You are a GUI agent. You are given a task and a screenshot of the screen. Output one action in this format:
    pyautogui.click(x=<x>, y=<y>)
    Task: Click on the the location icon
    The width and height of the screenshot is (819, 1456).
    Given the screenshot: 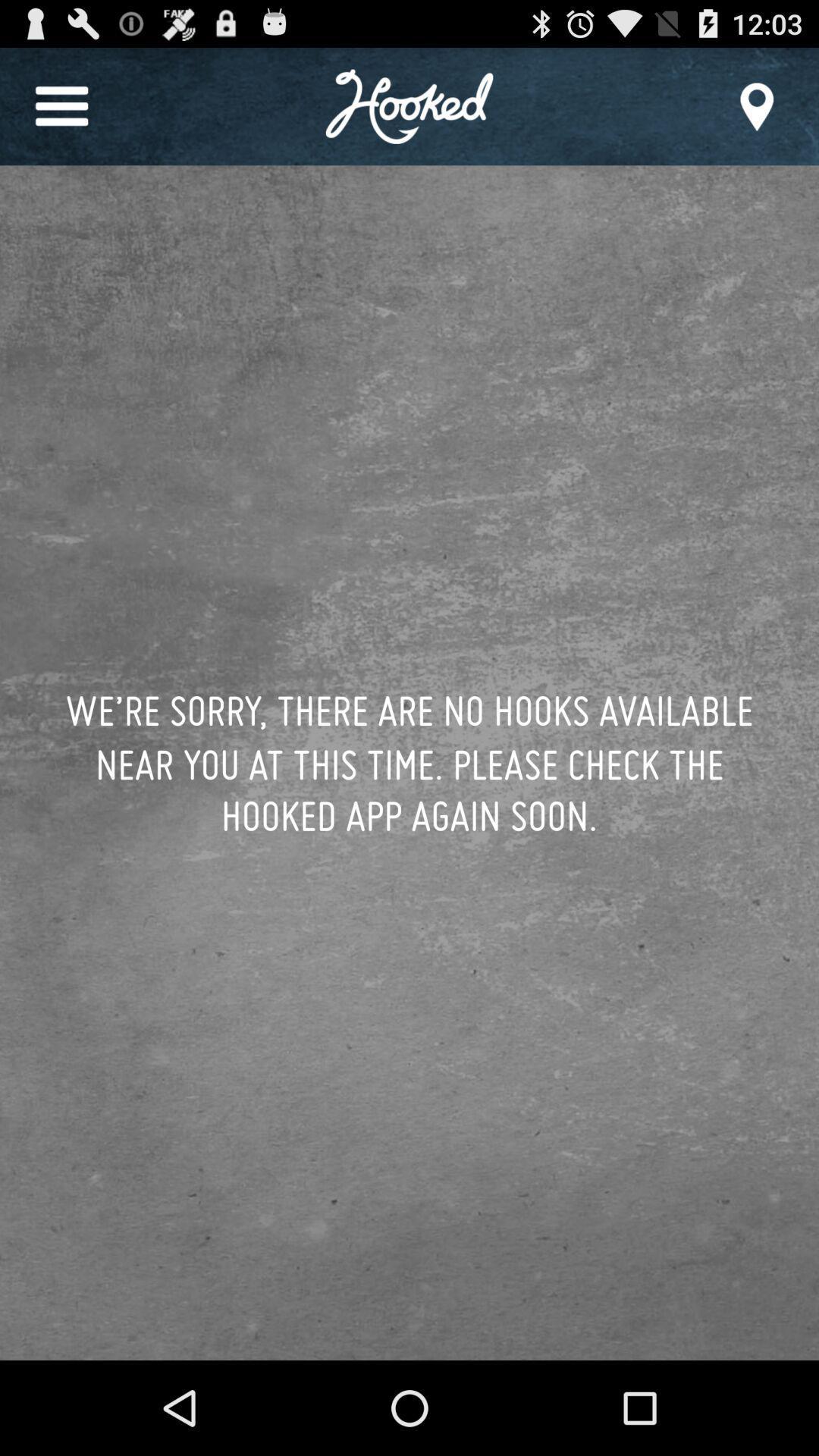 What is the action you would take?
    pyautogui.click(x=757, y=113)
    